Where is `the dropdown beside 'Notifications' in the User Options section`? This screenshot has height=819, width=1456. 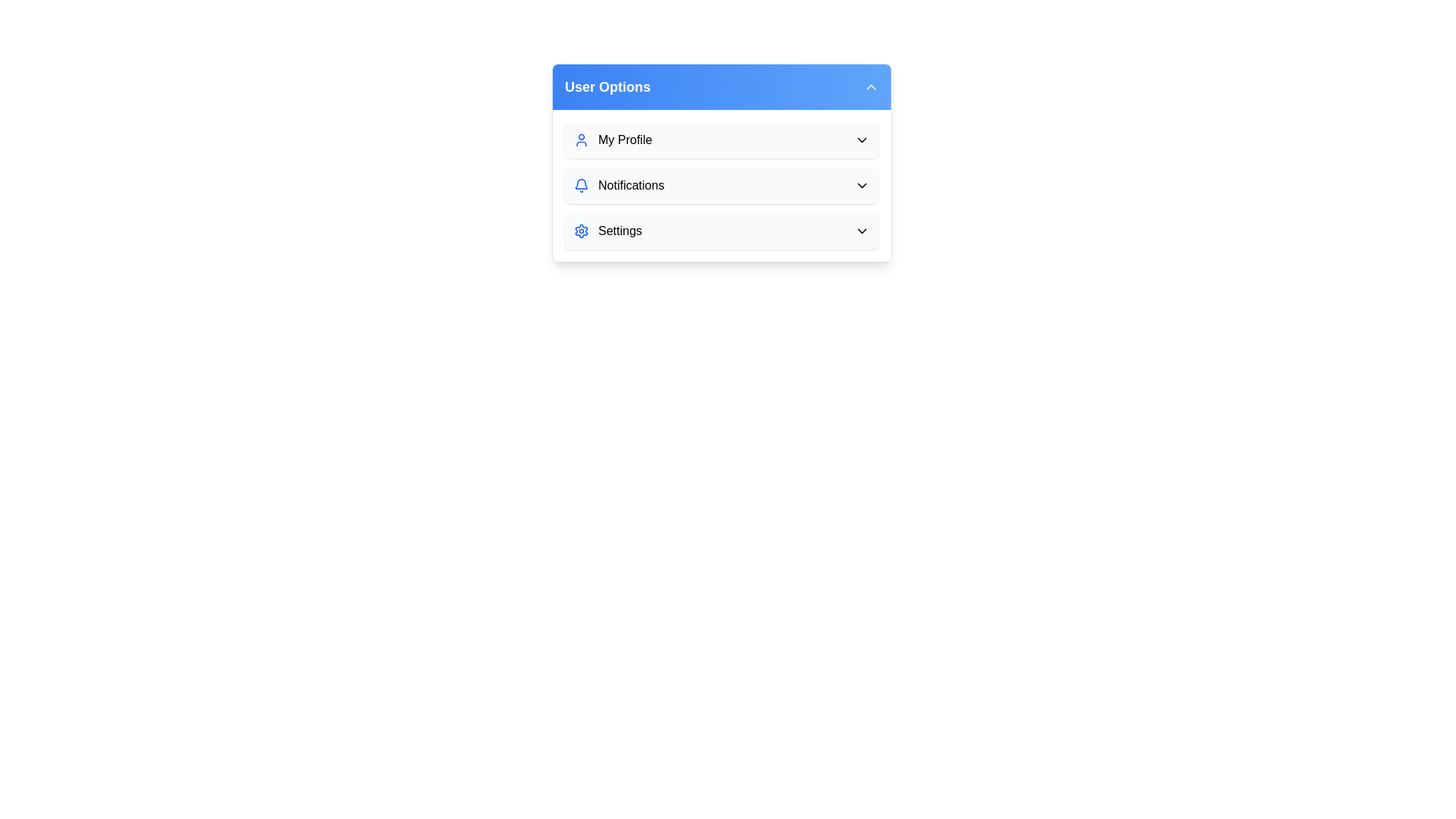
the dropdown beside 'Notifications' in the User Options section is located at coordinates (720, 185).